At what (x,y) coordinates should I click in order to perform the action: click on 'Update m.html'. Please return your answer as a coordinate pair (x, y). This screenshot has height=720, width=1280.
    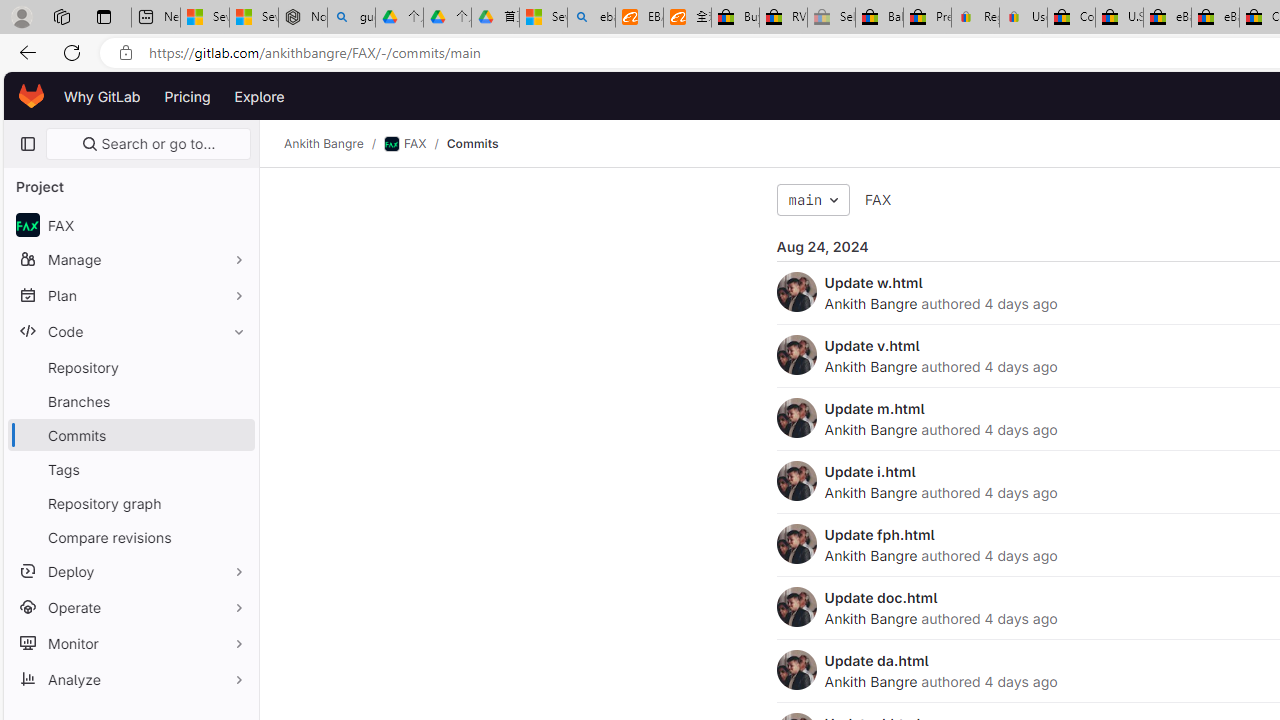
    Looking at the image, I should click on (874, 407).